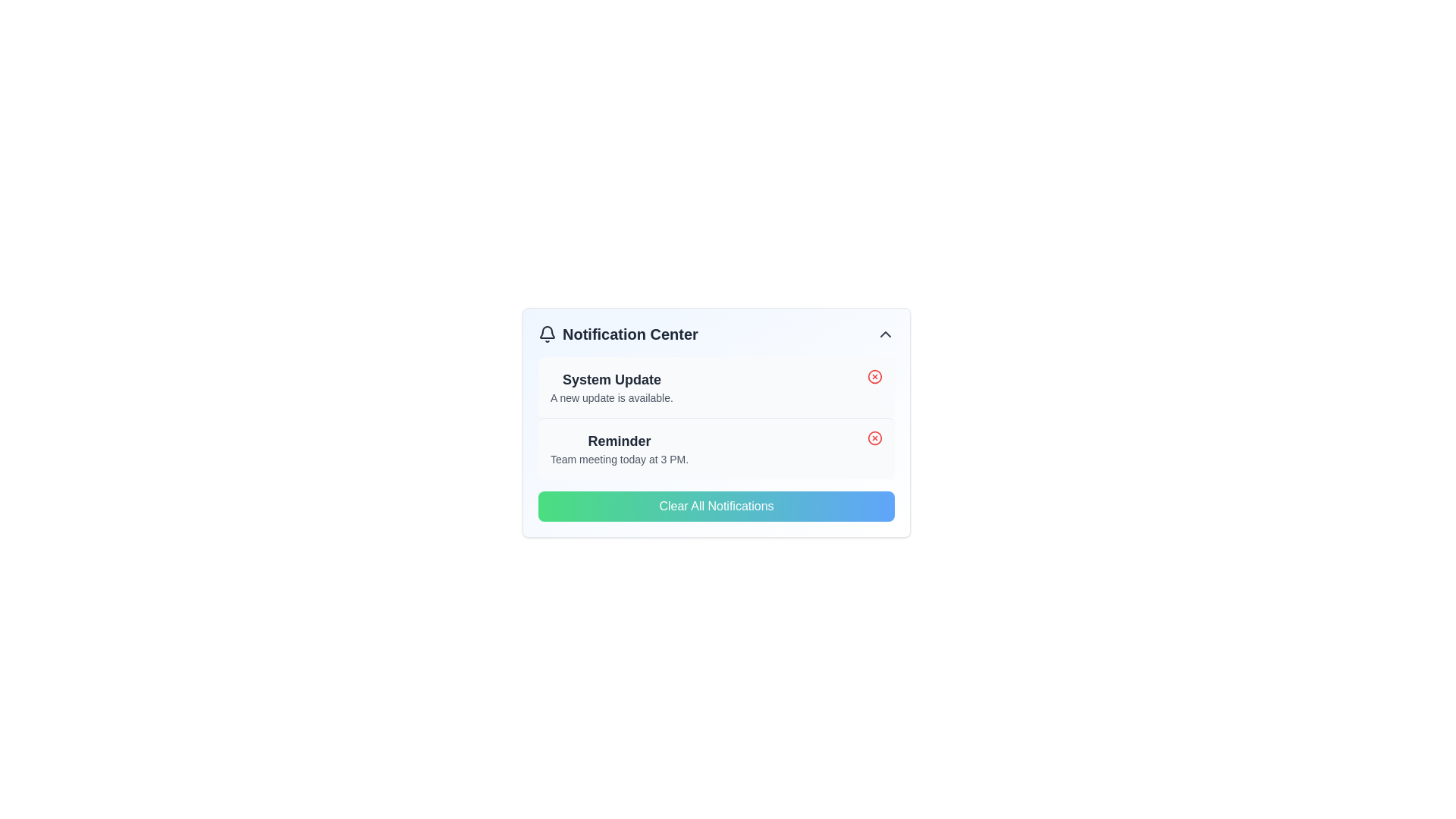  What do you see at coordinates (716, 488) in the screenshot?
I see `the clear notifications button located centrally at the bottom of the notification center` at bounding box center [716, 488].